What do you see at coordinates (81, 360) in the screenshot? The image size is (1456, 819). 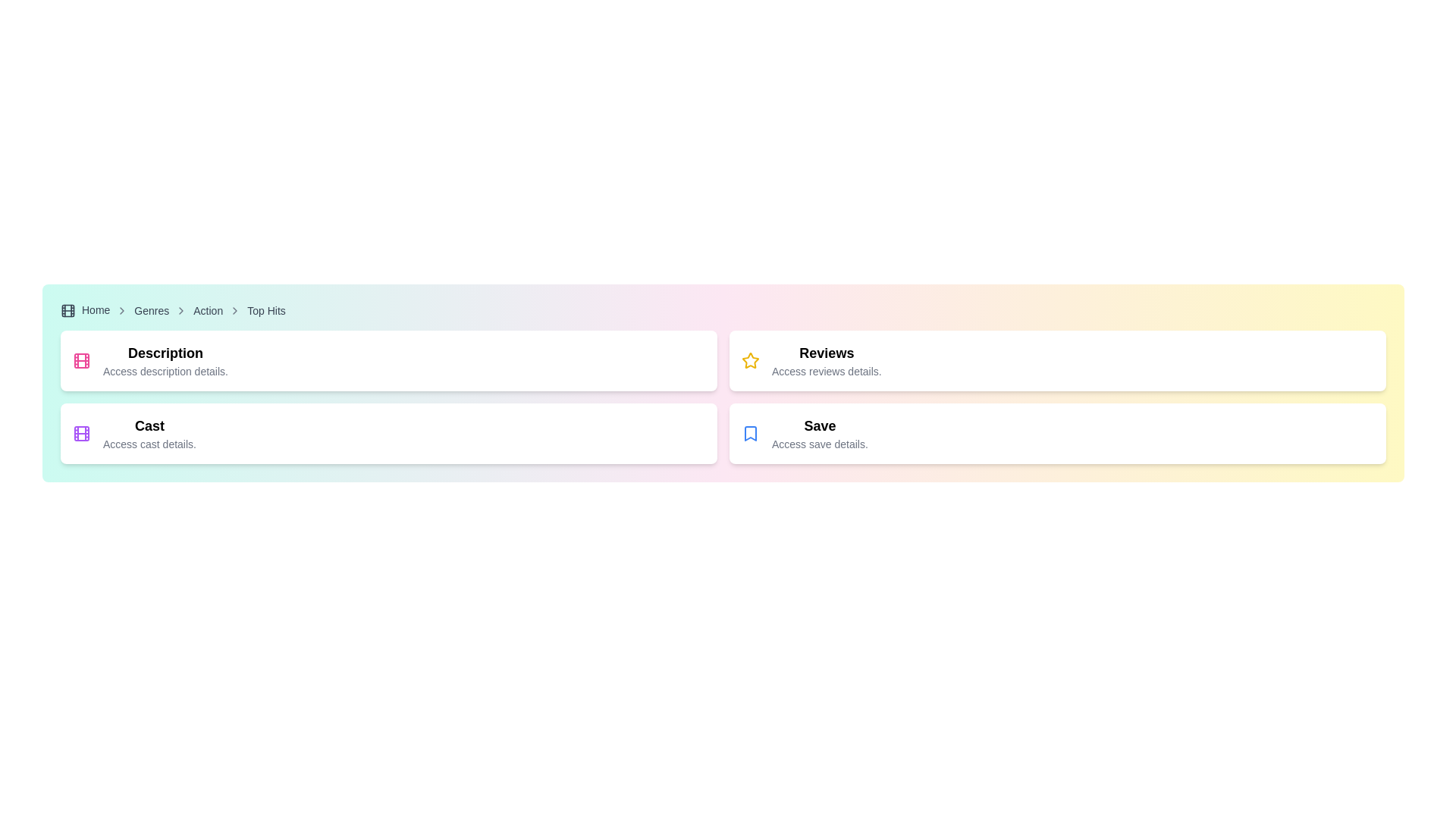 I see `the decorative icon located to the left of the label text in the 'Description' card` at bounding box center [81, 360].